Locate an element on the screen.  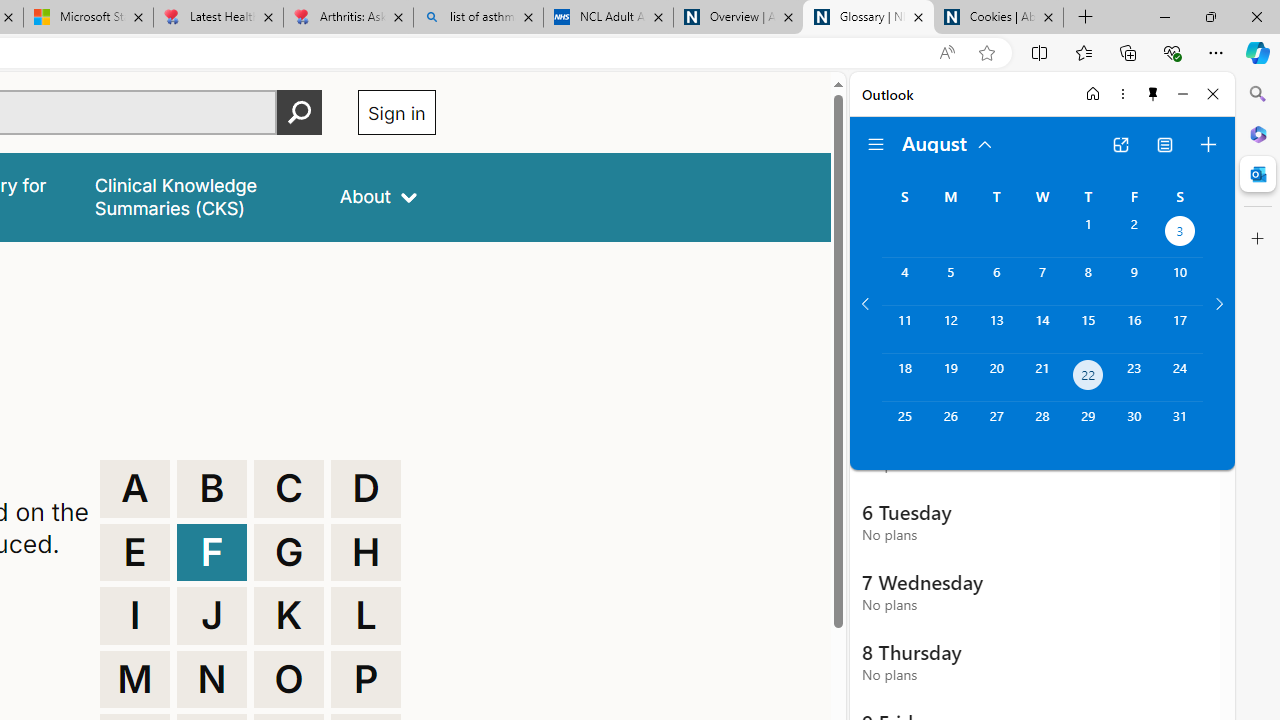
'N' is located at coordinates (212, 678).